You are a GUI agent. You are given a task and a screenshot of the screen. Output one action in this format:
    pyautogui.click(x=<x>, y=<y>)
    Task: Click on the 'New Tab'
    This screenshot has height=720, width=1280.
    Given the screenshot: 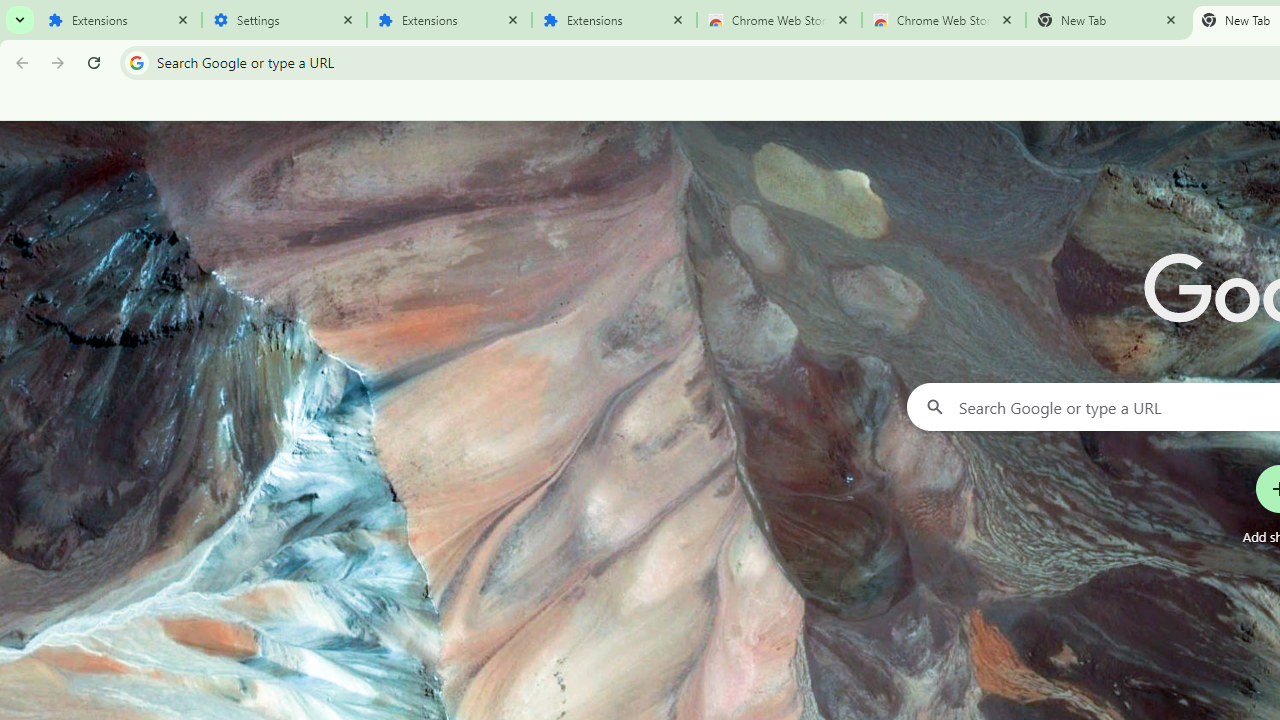 What is the action you would take?
    pyautogui.click(x=1107, y=20)
    